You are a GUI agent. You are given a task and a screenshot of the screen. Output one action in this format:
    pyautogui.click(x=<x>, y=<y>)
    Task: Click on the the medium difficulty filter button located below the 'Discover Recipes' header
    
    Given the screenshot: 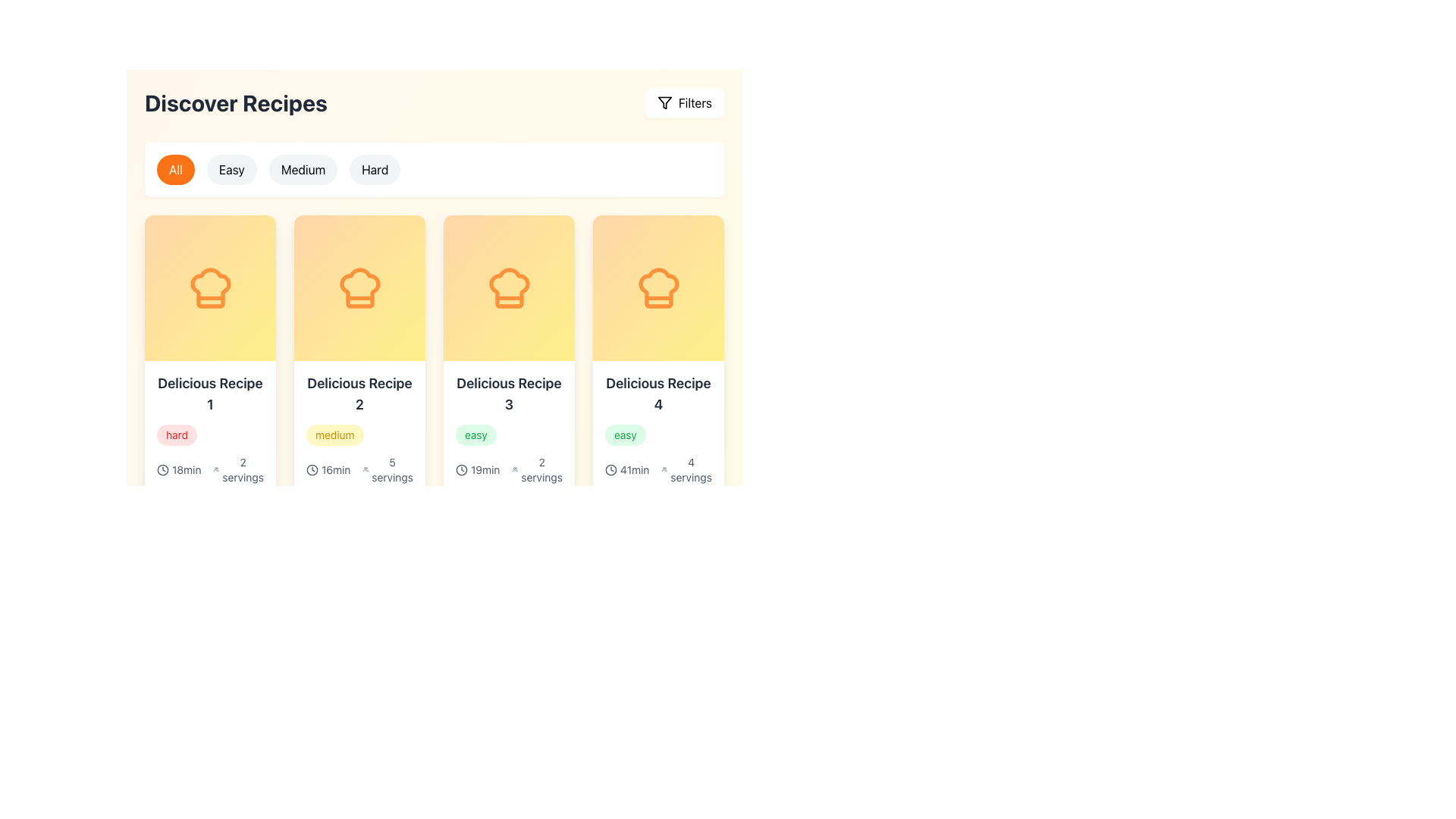 What is the action you would take?
    pyautogui.click(x=303, y=169)
    